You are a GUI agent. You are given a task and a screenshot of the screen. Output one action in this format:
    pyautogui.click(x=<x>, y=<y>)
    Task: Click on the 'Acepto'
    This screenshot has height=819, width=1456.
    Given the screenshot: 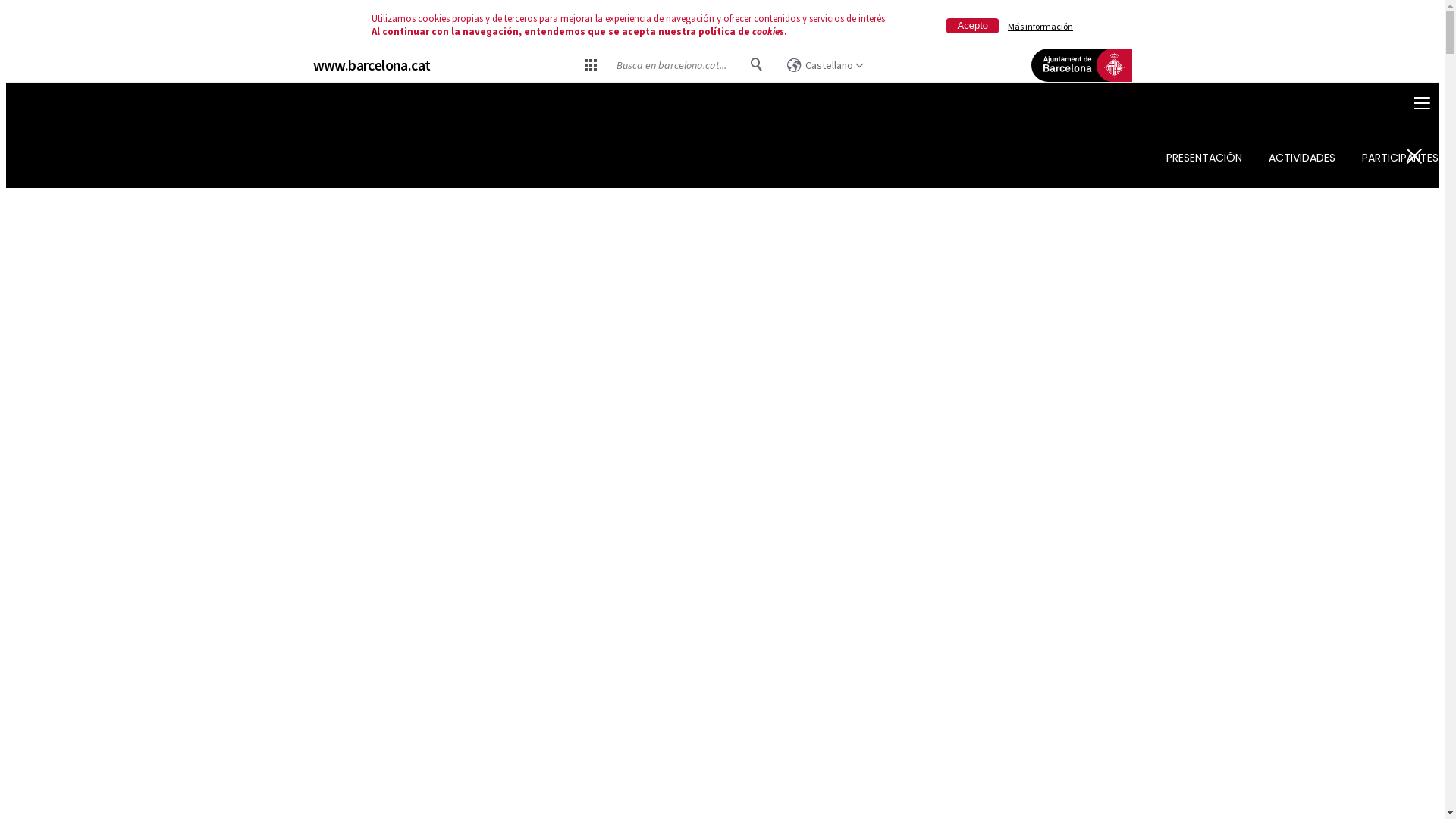 What is the action you would take?
    pyautogui.click(x=972, y=26)
    